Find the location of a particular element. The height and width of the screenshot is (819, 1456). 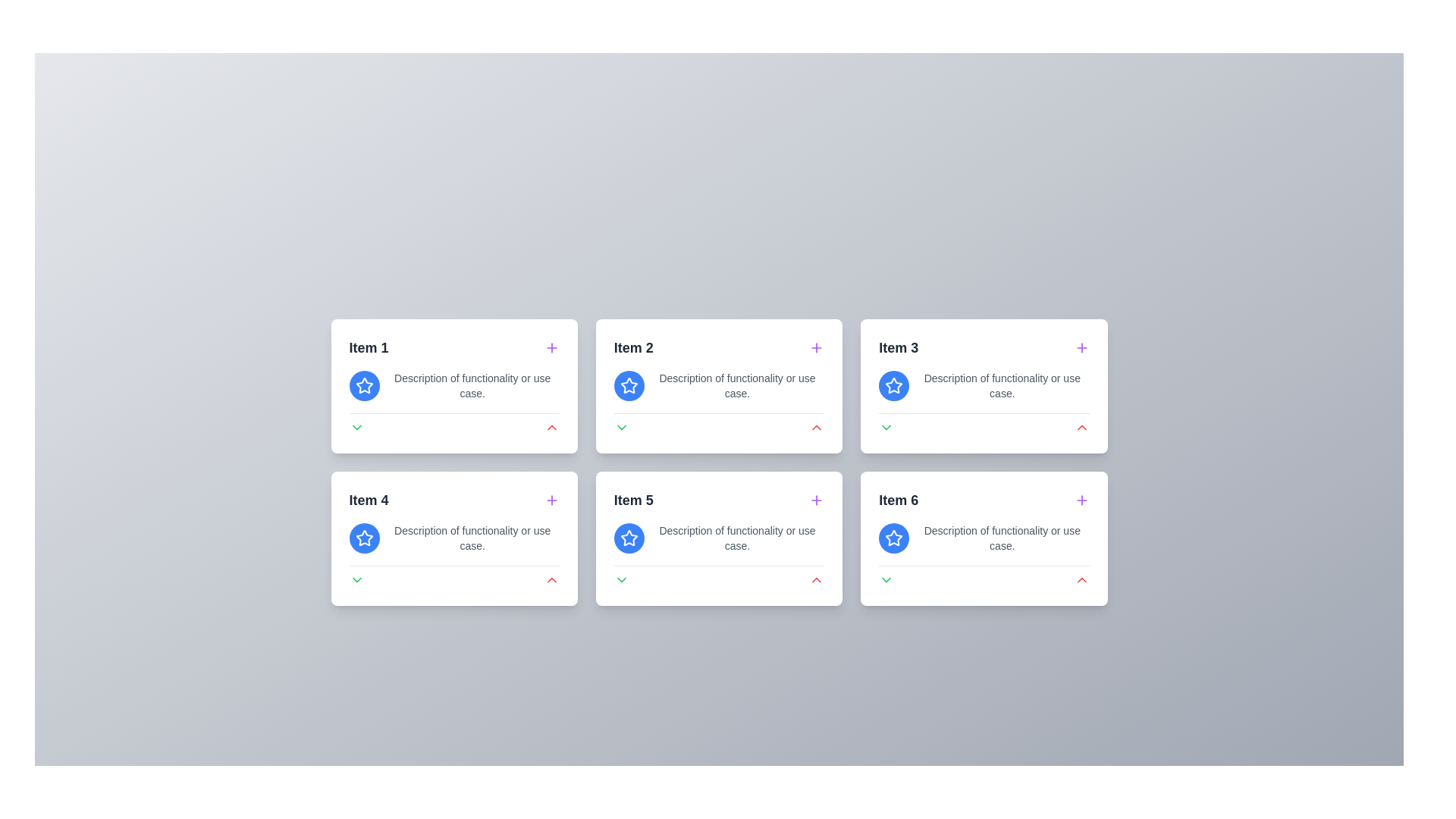

text content of the text label displaying 'Description of functionality or use case.' located within the card labeled 'Item 3' in the grid layout is located at coordinates (1002, 385).